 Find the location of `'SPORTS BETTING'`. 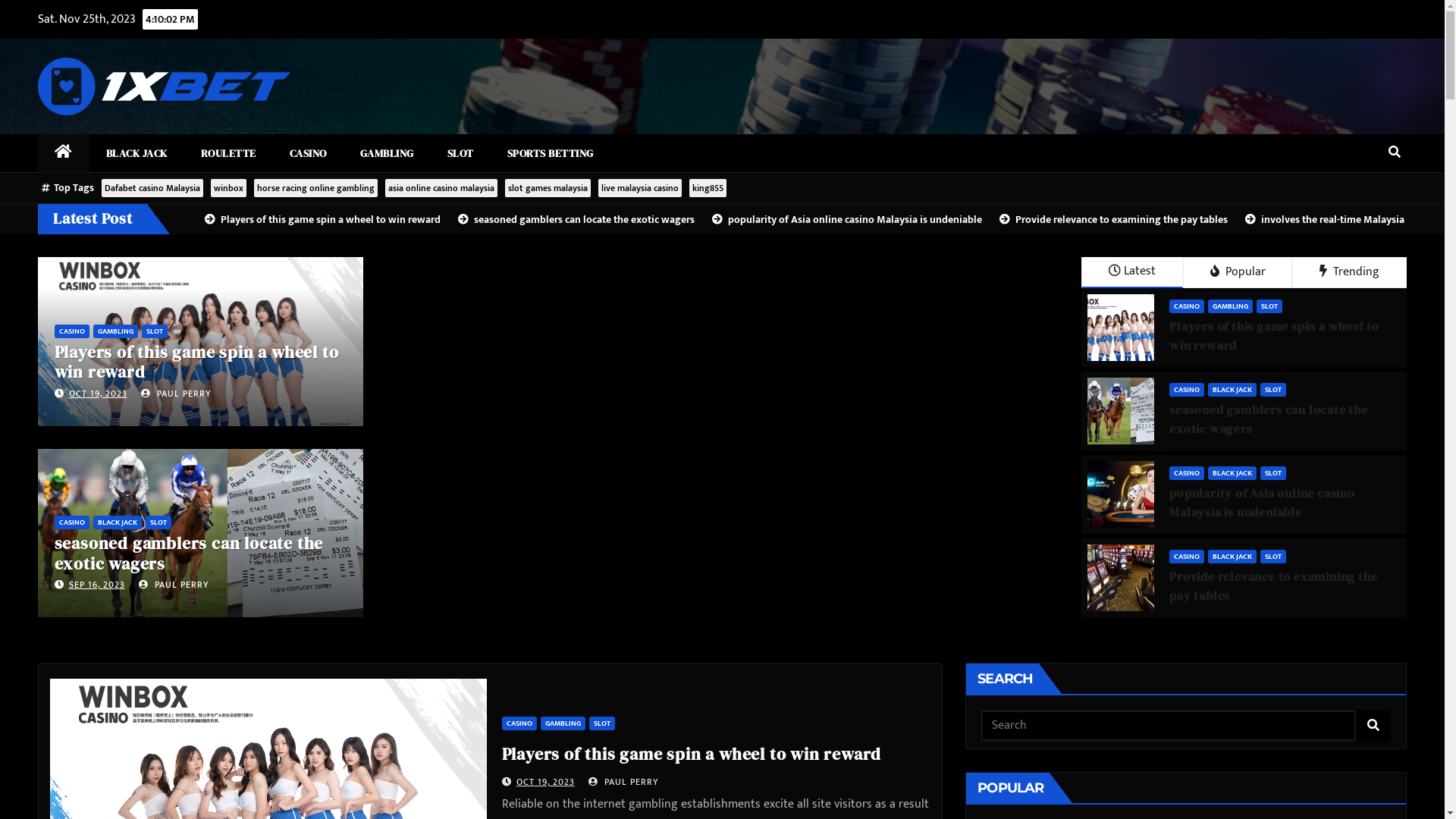

'SPORTS BETTING' is located at coordinates (548, 152).